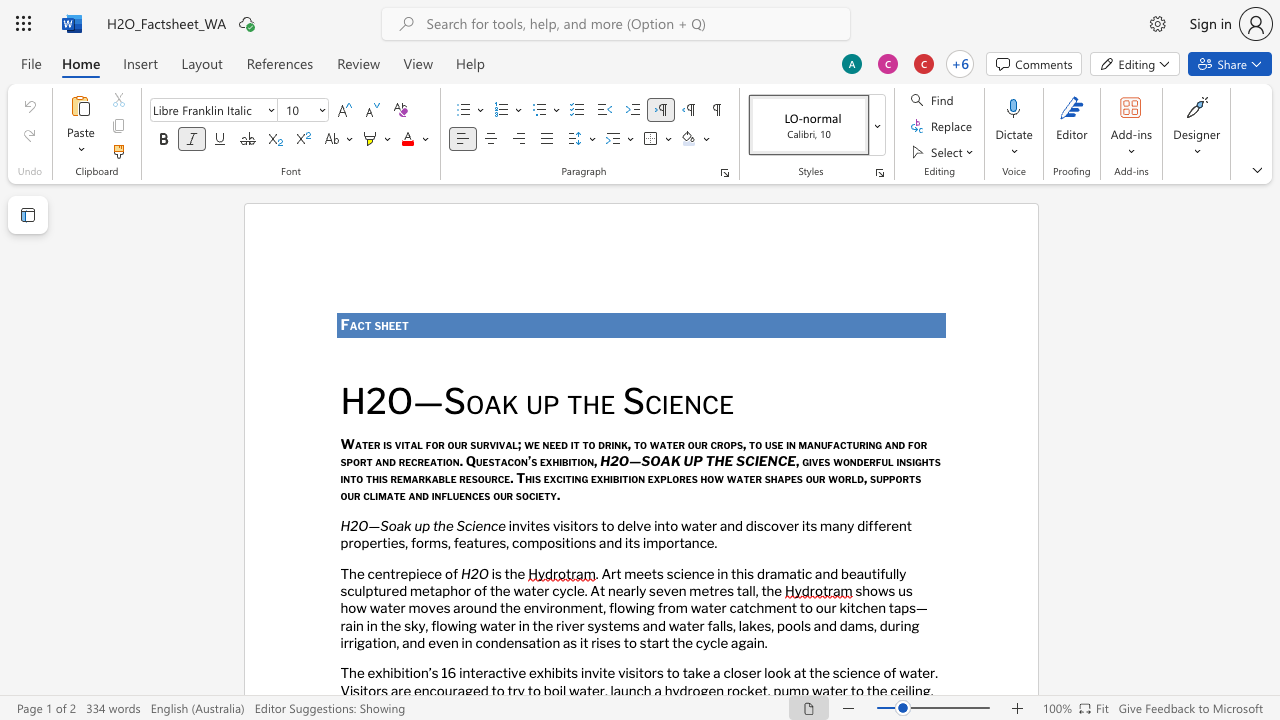  I want to click on the space between the continuous character "w" and "i" in the text, so click(632, 607).